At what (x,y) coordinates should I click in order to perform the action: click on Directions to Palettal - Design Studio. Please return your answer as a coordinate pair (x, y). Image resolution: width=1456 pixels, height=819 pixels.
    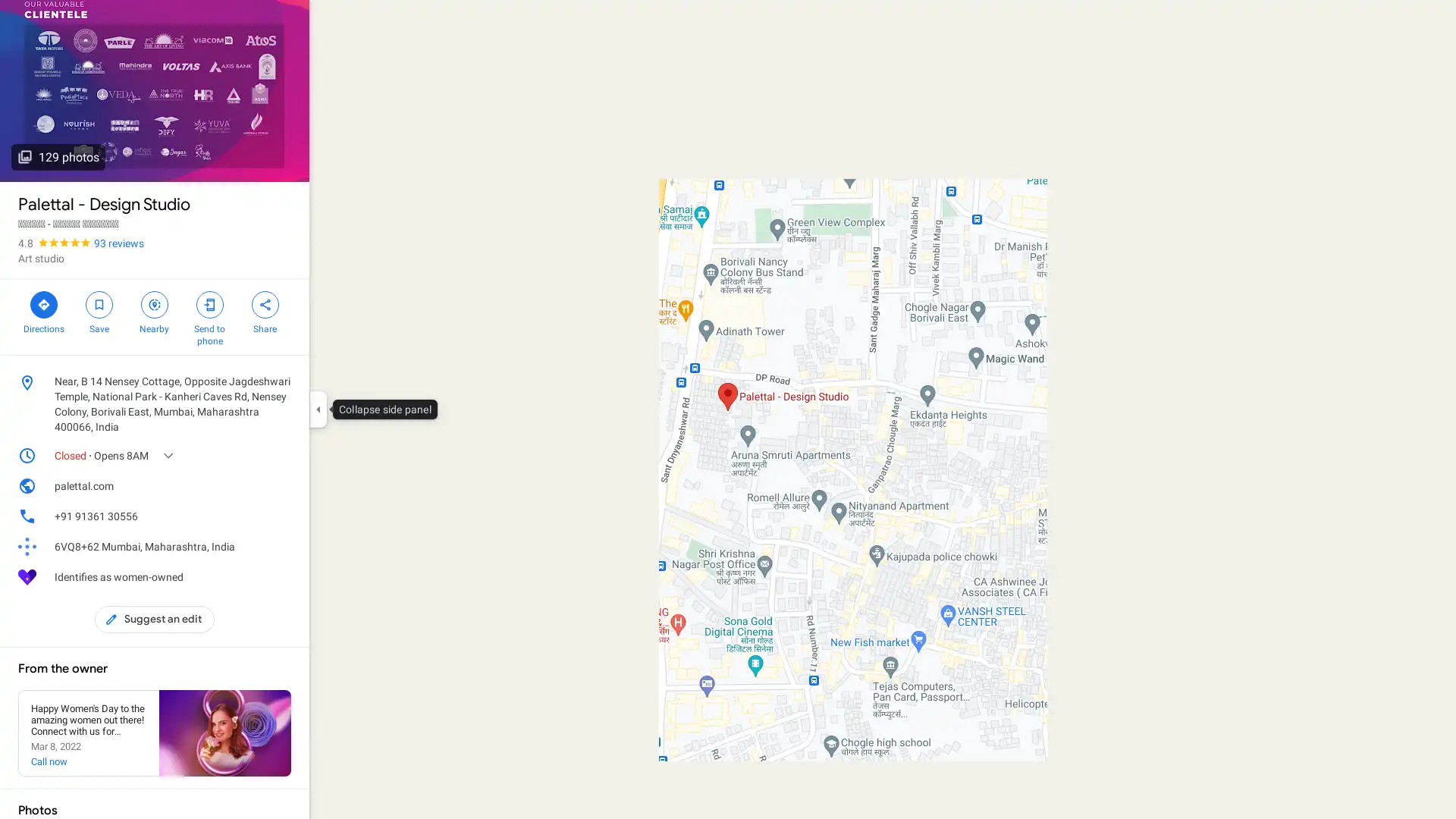
    Looking at the image, I should click on (43, 309).